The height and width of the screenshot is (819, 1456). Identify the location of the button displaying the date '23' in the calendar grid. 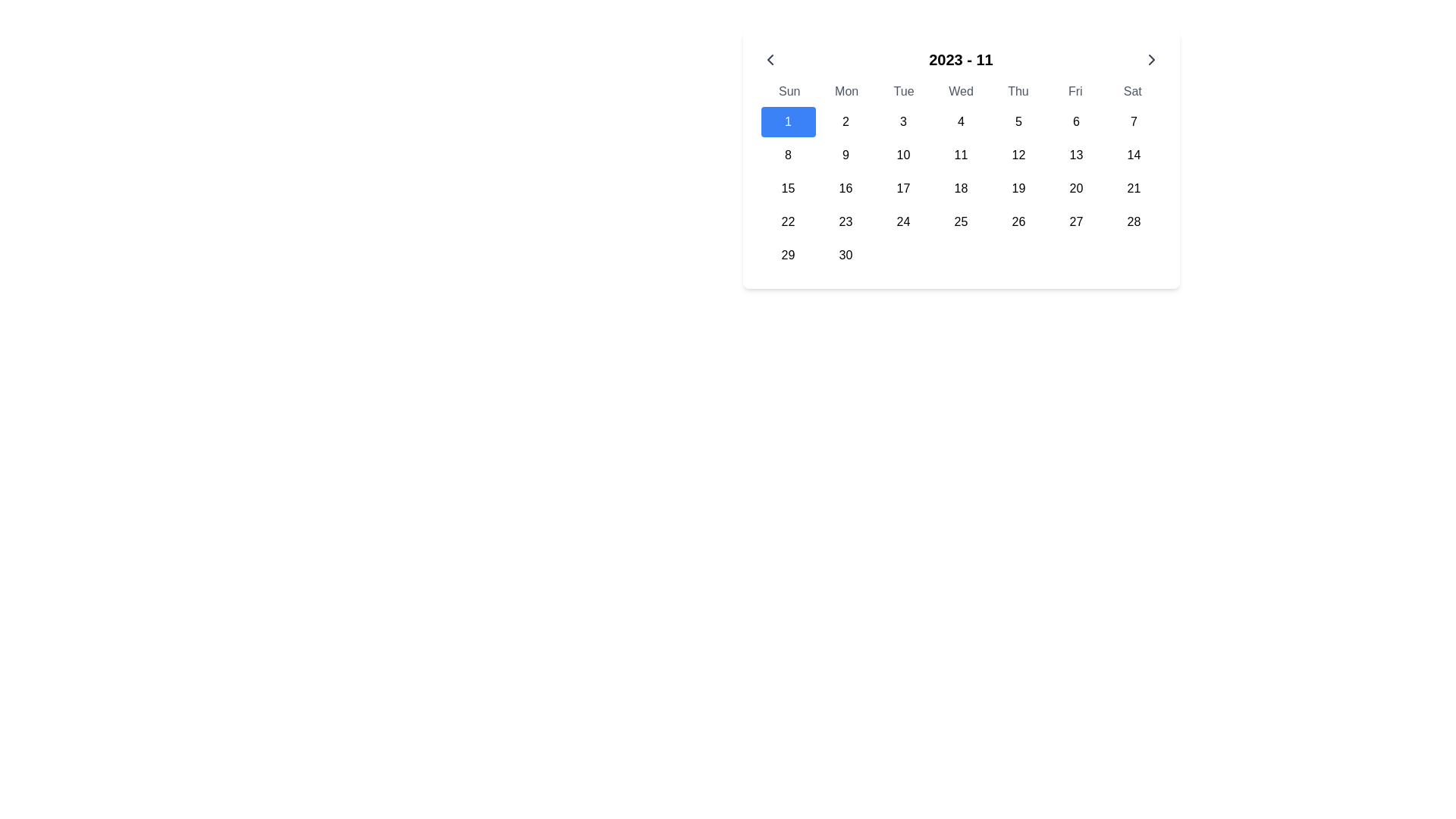
(845, 222).